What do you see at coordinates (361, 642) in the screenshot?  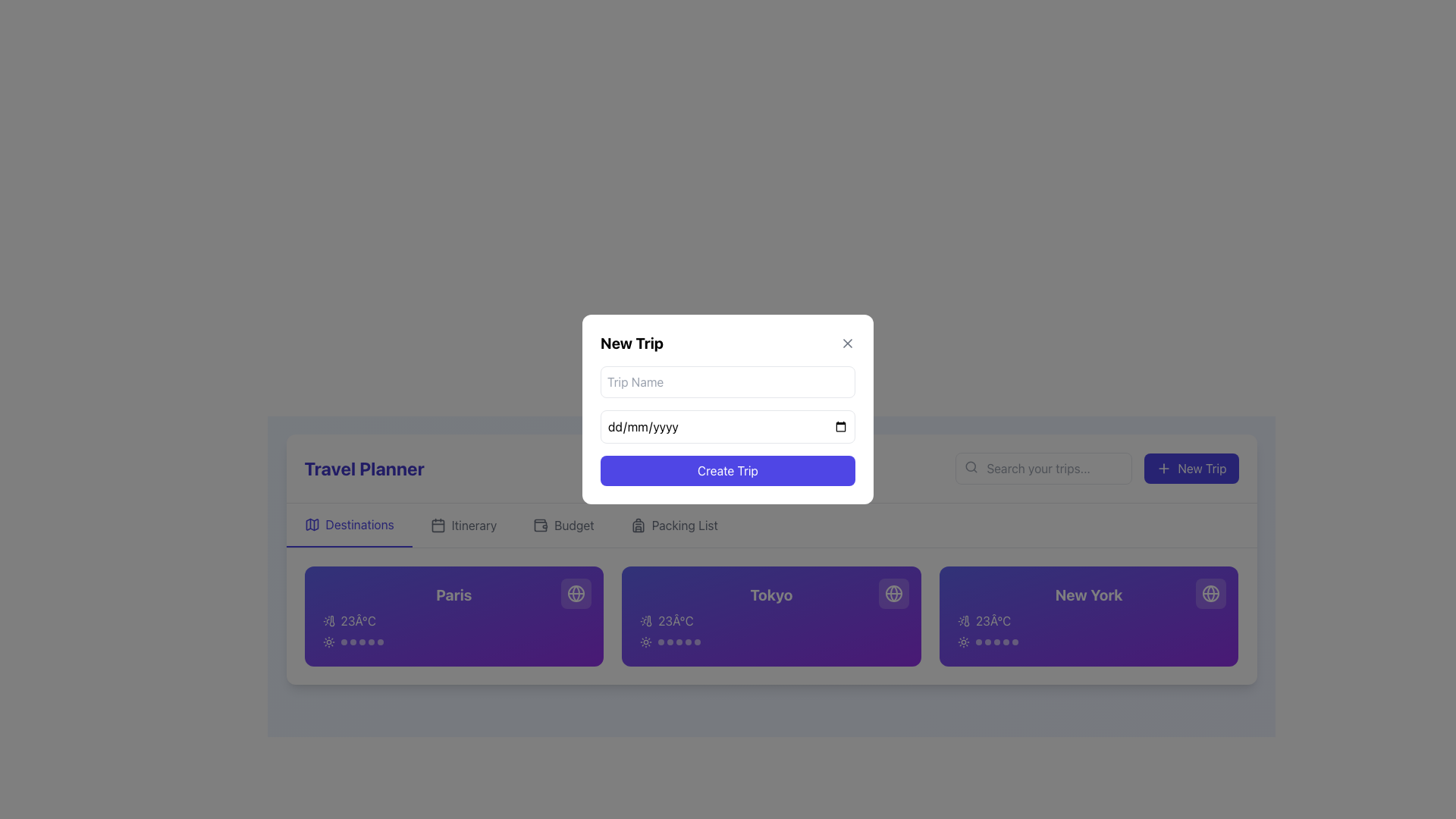 I see `the horizontal row of five small circular indicator dots for ratings or progress located at the bottom of the 'Travel Planner' card for 'Paris'` at bounding box center [361, 642].